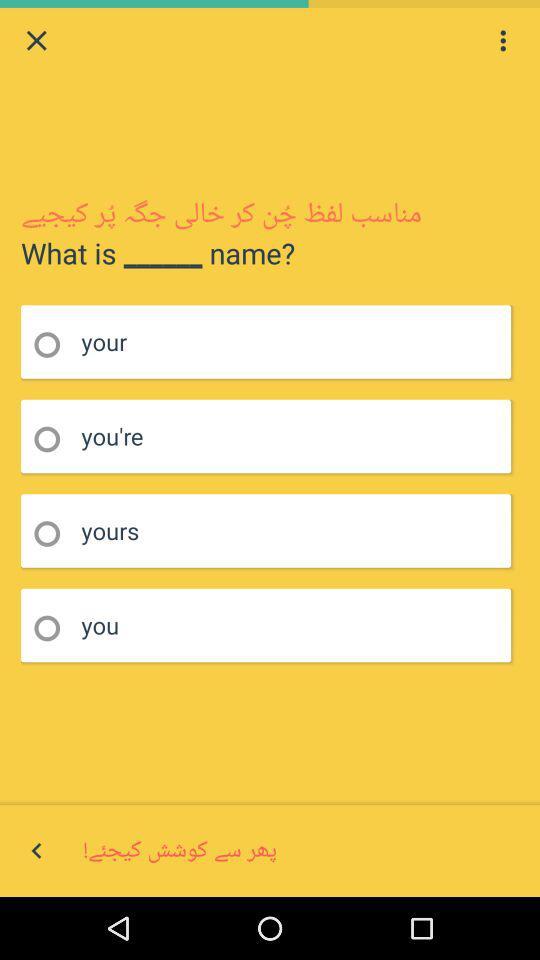  What do you see at coordinates (36, 39) in the screenshot?
I see `close tab` at bounding box center [36, 39].